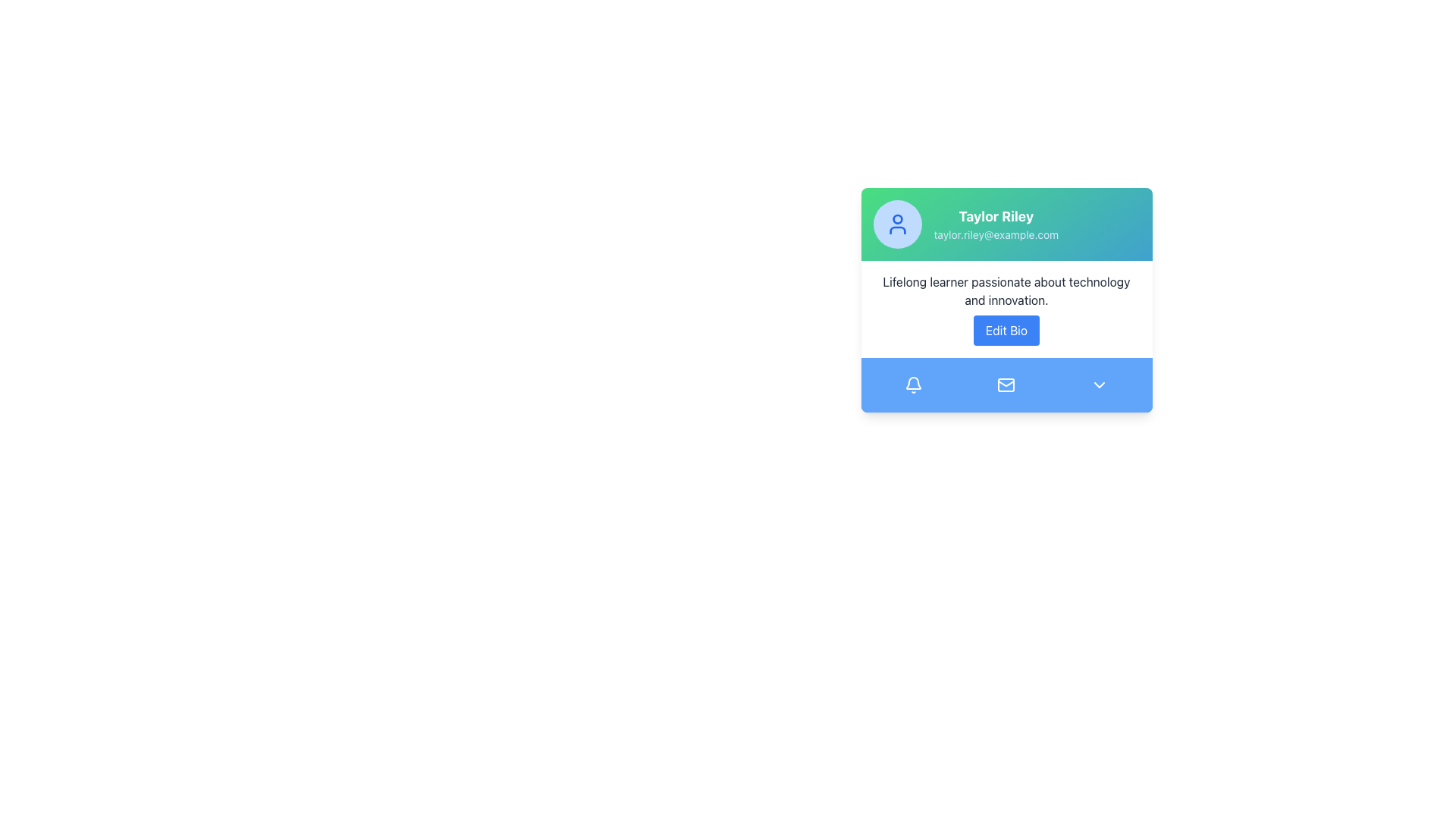 This screenshot has width=1456, height=819. I want to click on the circular blue button with a white downward-pointing chevron icon at the bottom of the user profile card, so click(1099, 384).